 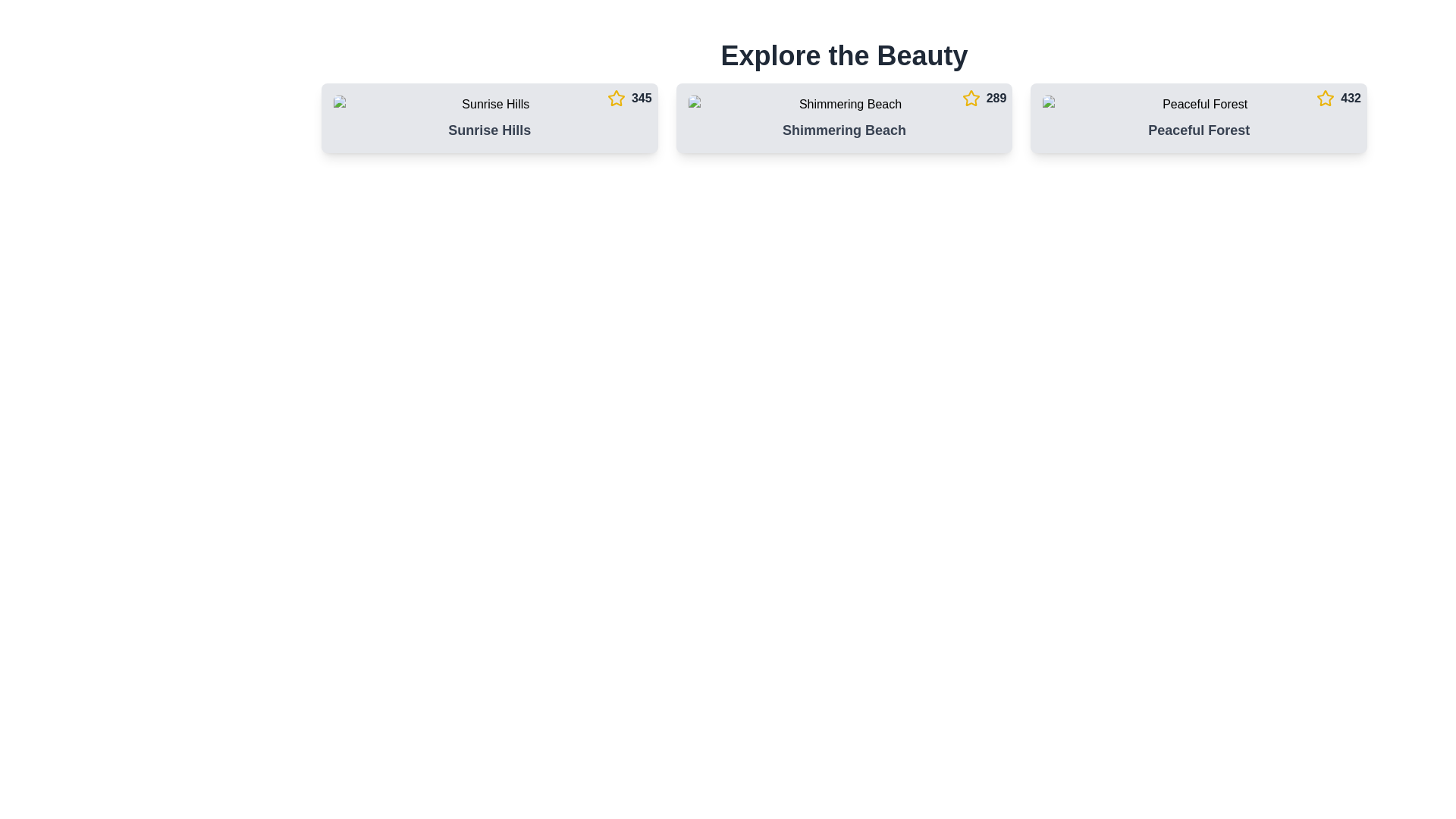 What do you see at coordinates (1198, 117) in the screenshot?
I see `the information displayed on the 'Peaceful Forest' informational card, which is located in the first row and third position of the grid layout` at bounding box center [1198, 117].